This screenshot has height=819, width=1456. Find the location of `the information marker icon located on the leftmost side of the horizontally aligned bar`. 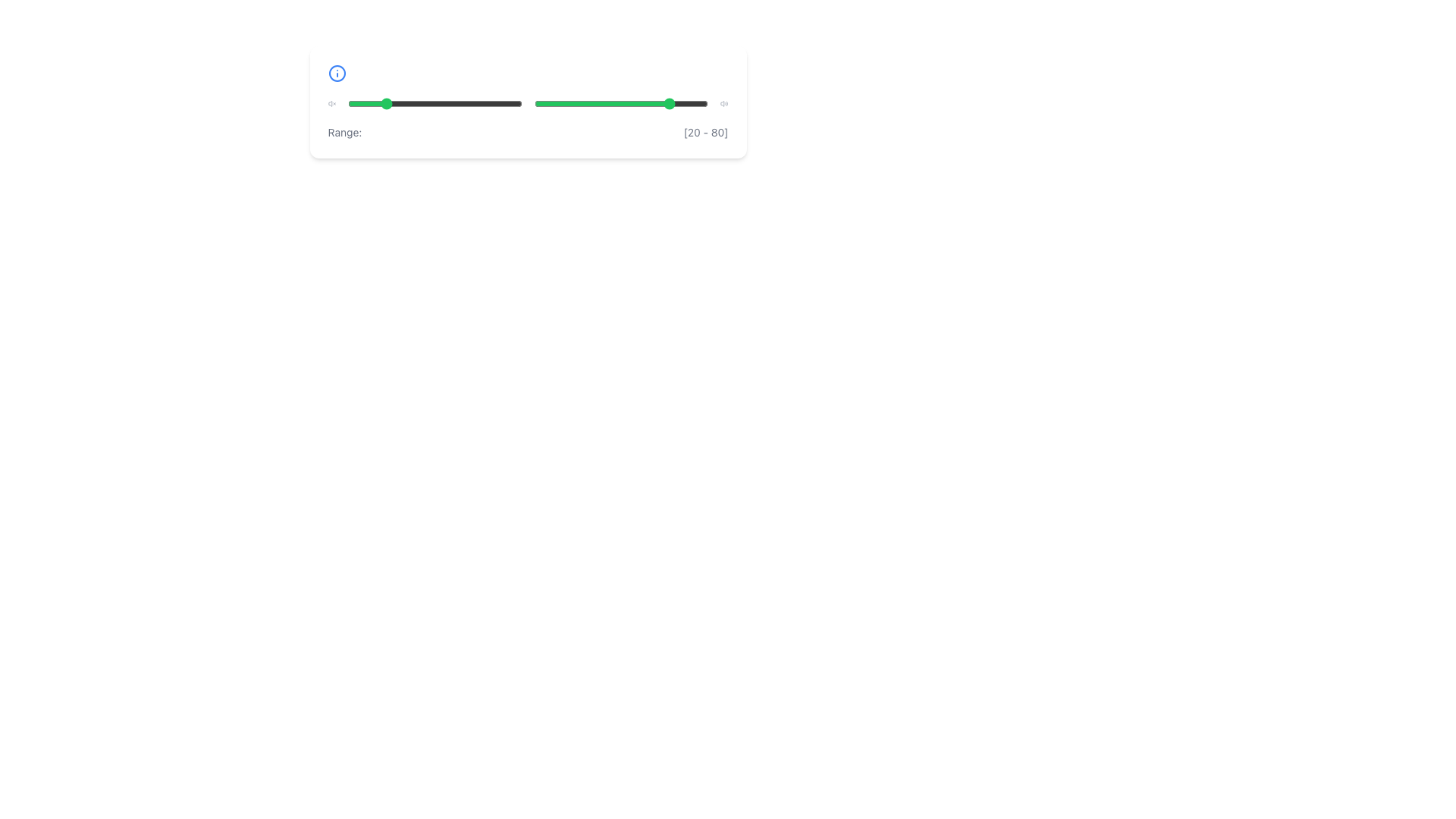

the information marker icon located on the leftmost side of the horizontally aligned bar is located at coordinates (336, 73).